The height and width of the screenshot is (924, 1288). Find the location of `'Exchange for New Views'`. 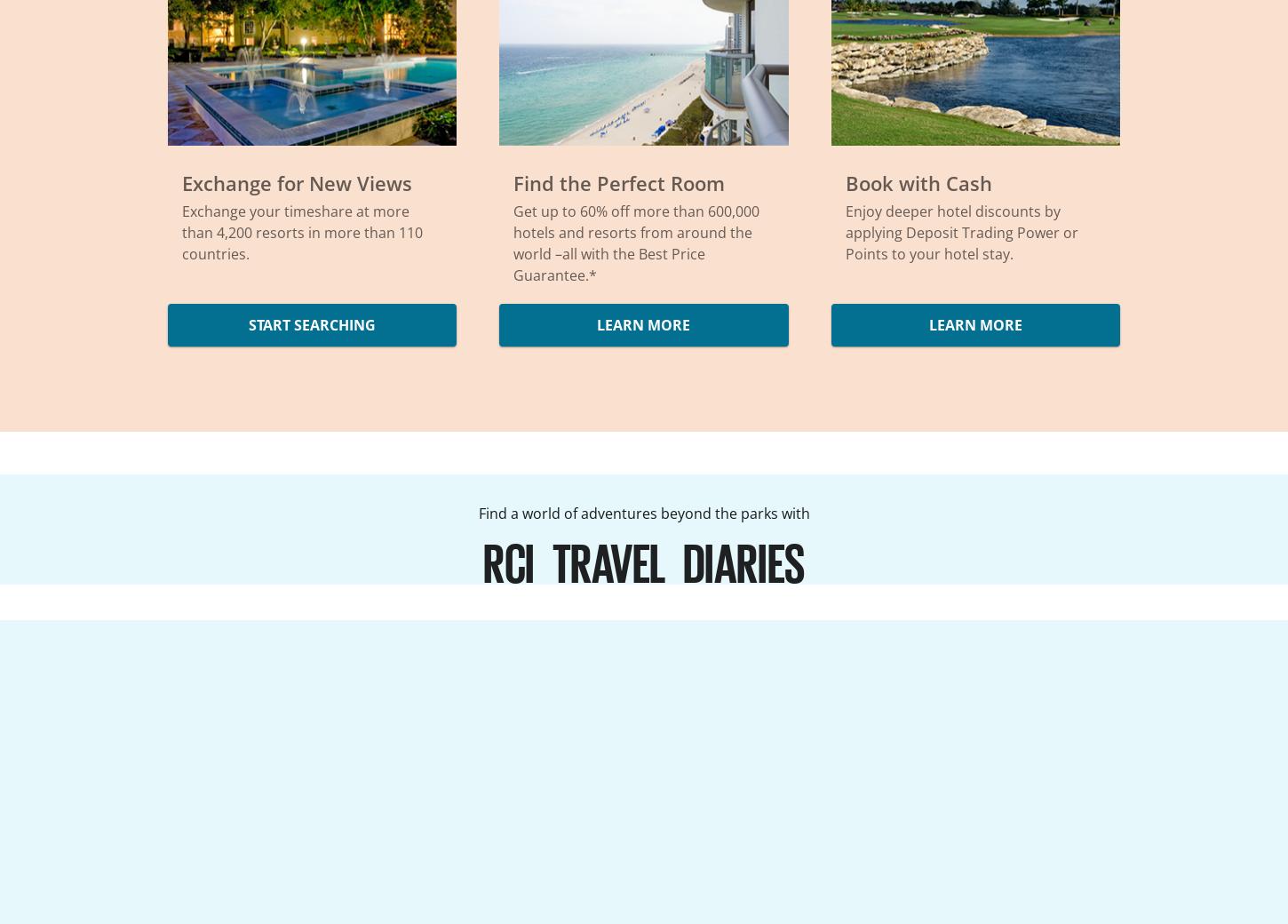

'Exchange for New Views' is located at coordinates (297, 183).